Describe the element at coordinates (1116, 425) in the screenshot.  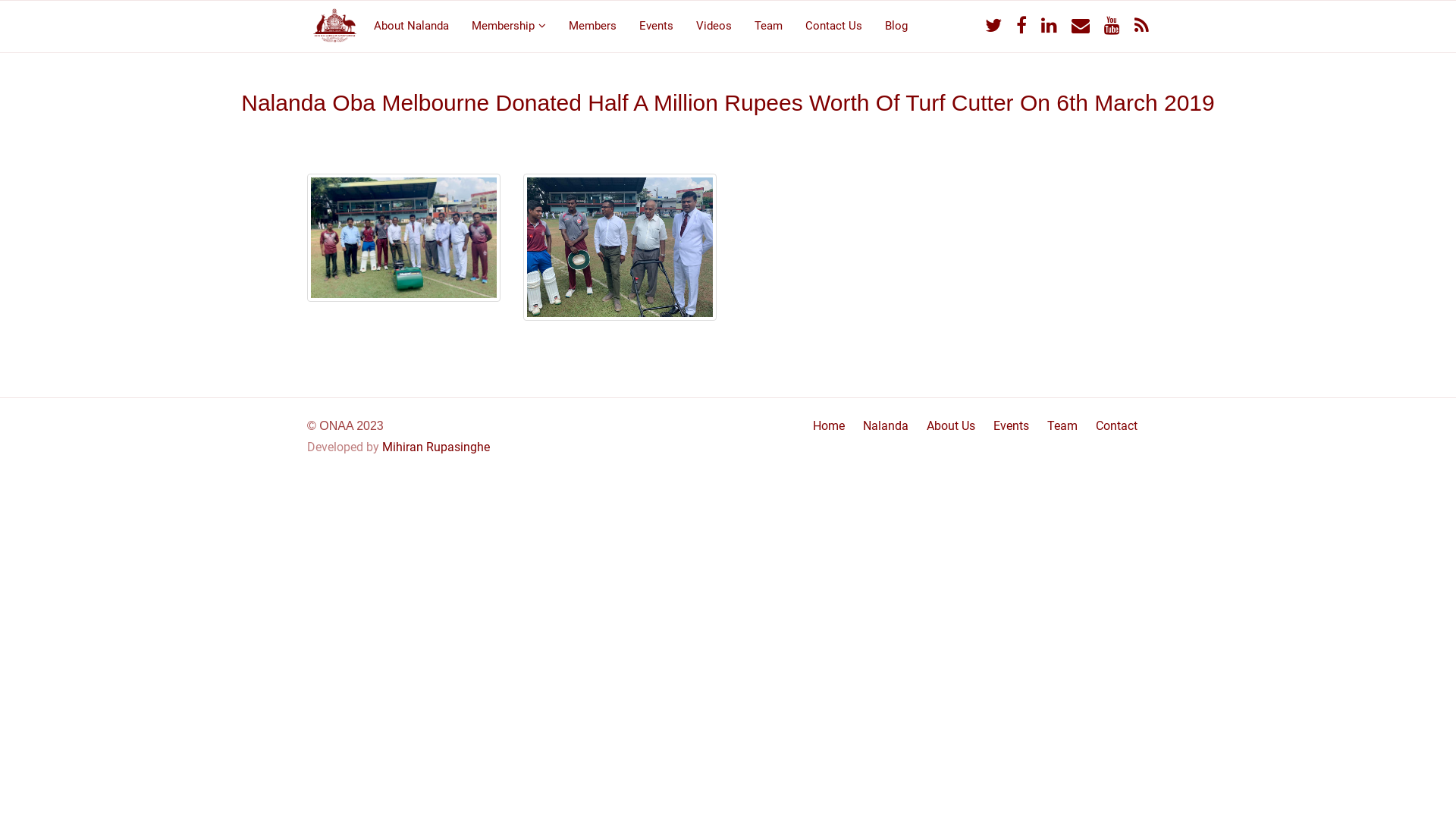
I see `'Contact'` at that location.